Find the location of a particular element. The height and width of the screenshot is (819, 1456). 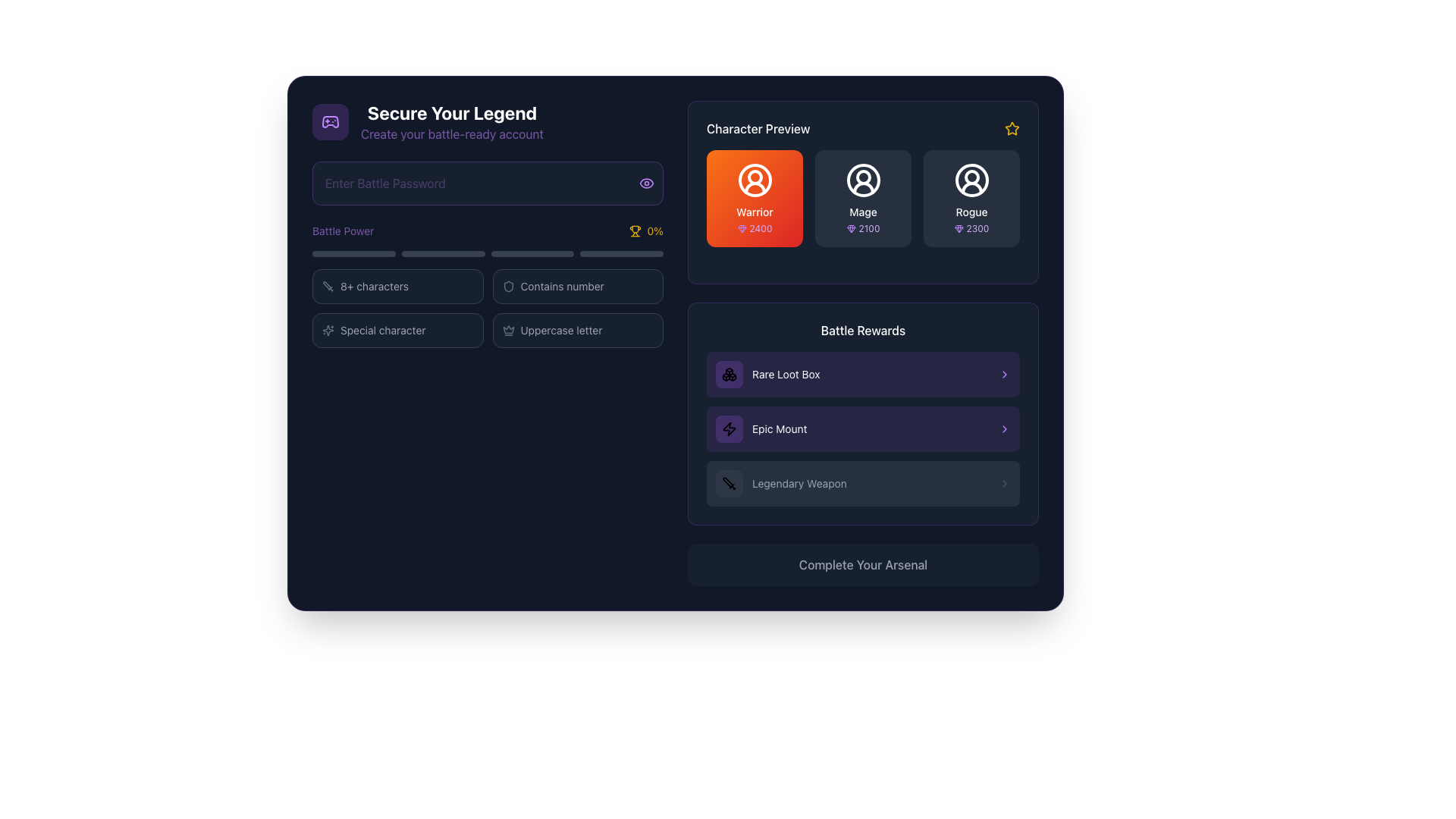

the Progress indicator bar that reflects the 'Battle Power' metric, positioned below the 'Battle Power' label and above the password criteria indicators is located at coordinates (488, 253).